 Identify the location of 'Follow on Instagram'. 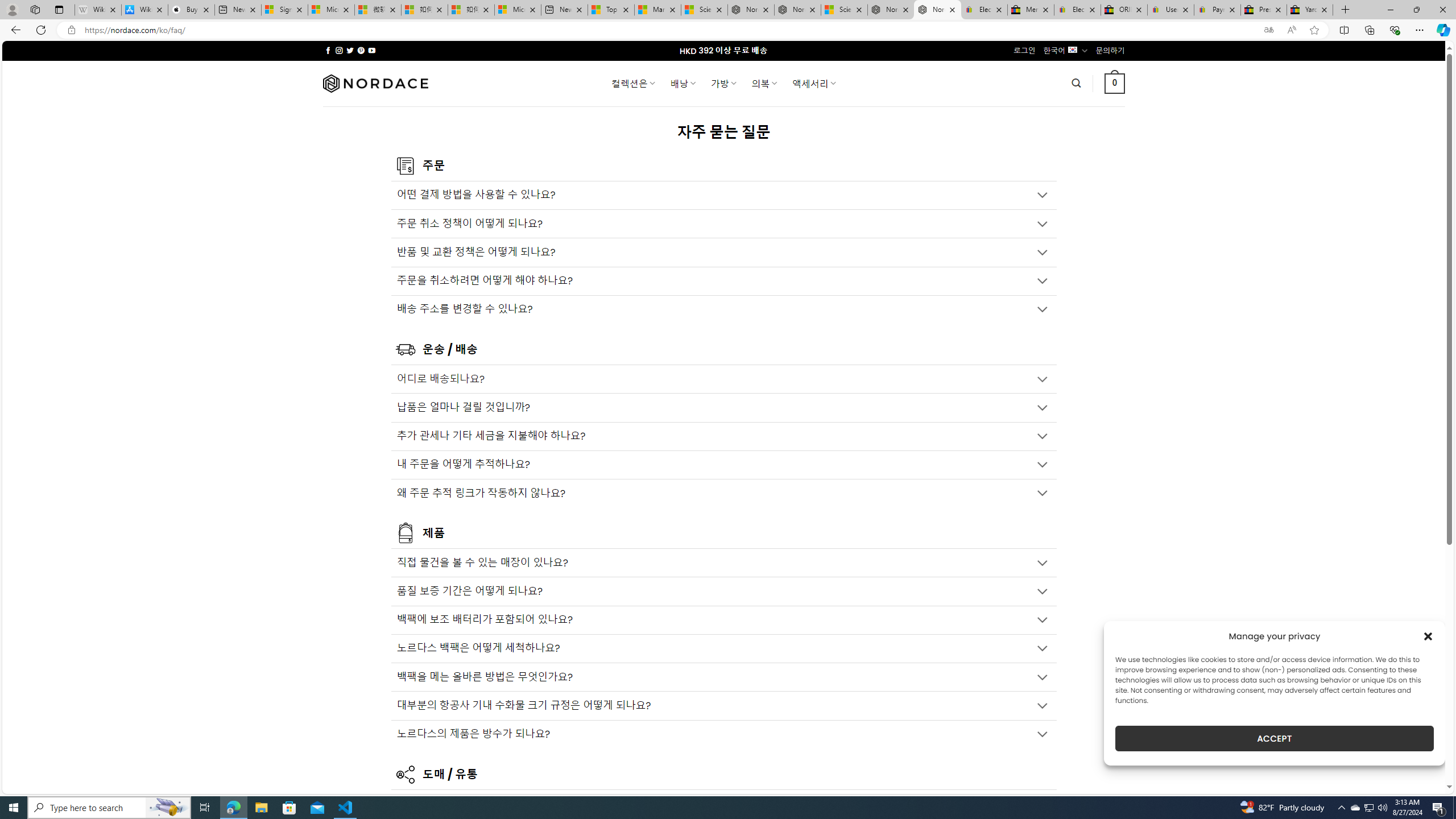
(338, 50).